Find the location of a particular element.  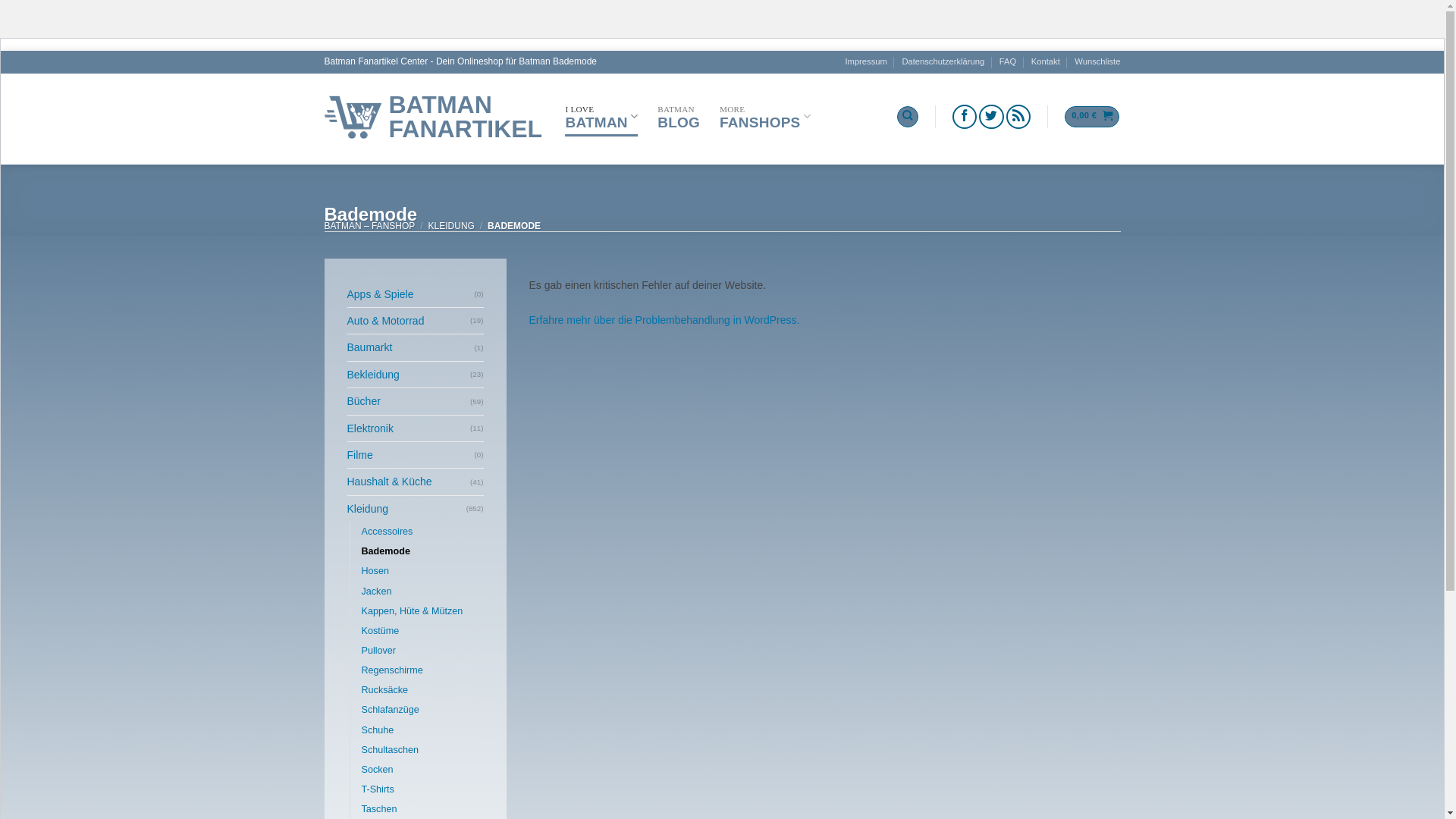

'Socken' is located at coordinates (359, 769).